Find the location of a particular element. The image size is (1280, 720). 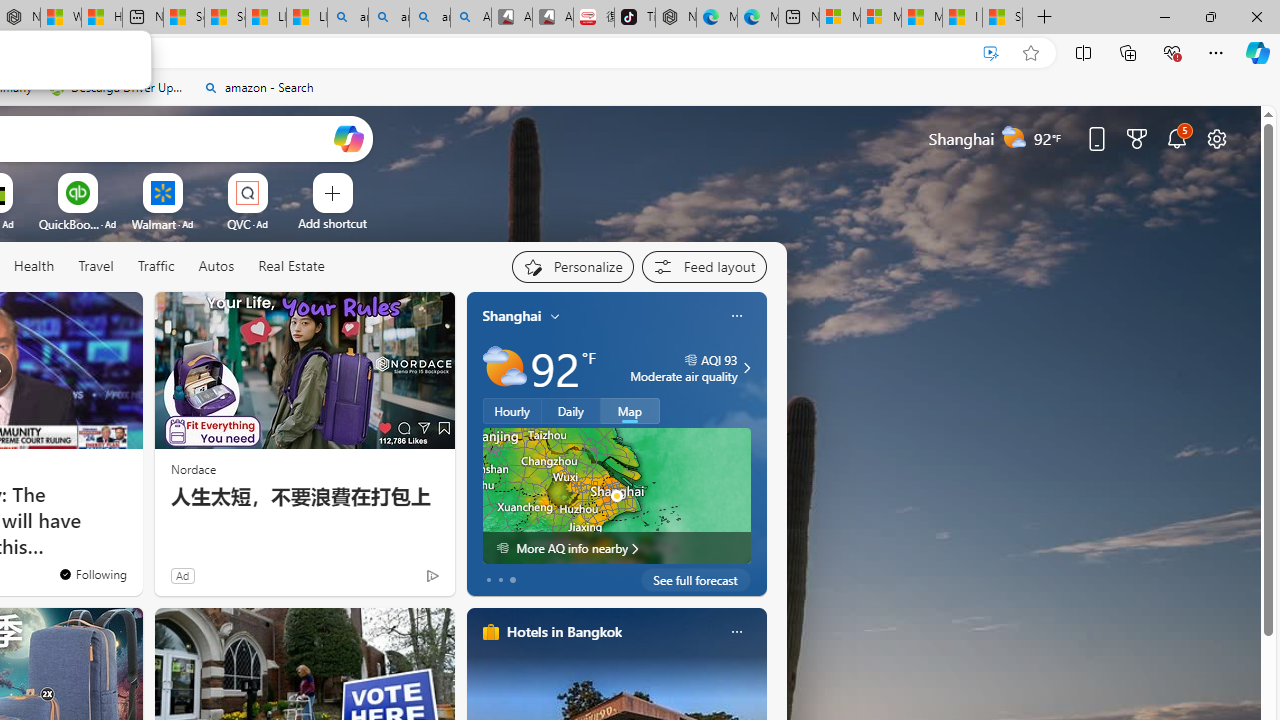

'Autos' is located at coordinates (216, 266).